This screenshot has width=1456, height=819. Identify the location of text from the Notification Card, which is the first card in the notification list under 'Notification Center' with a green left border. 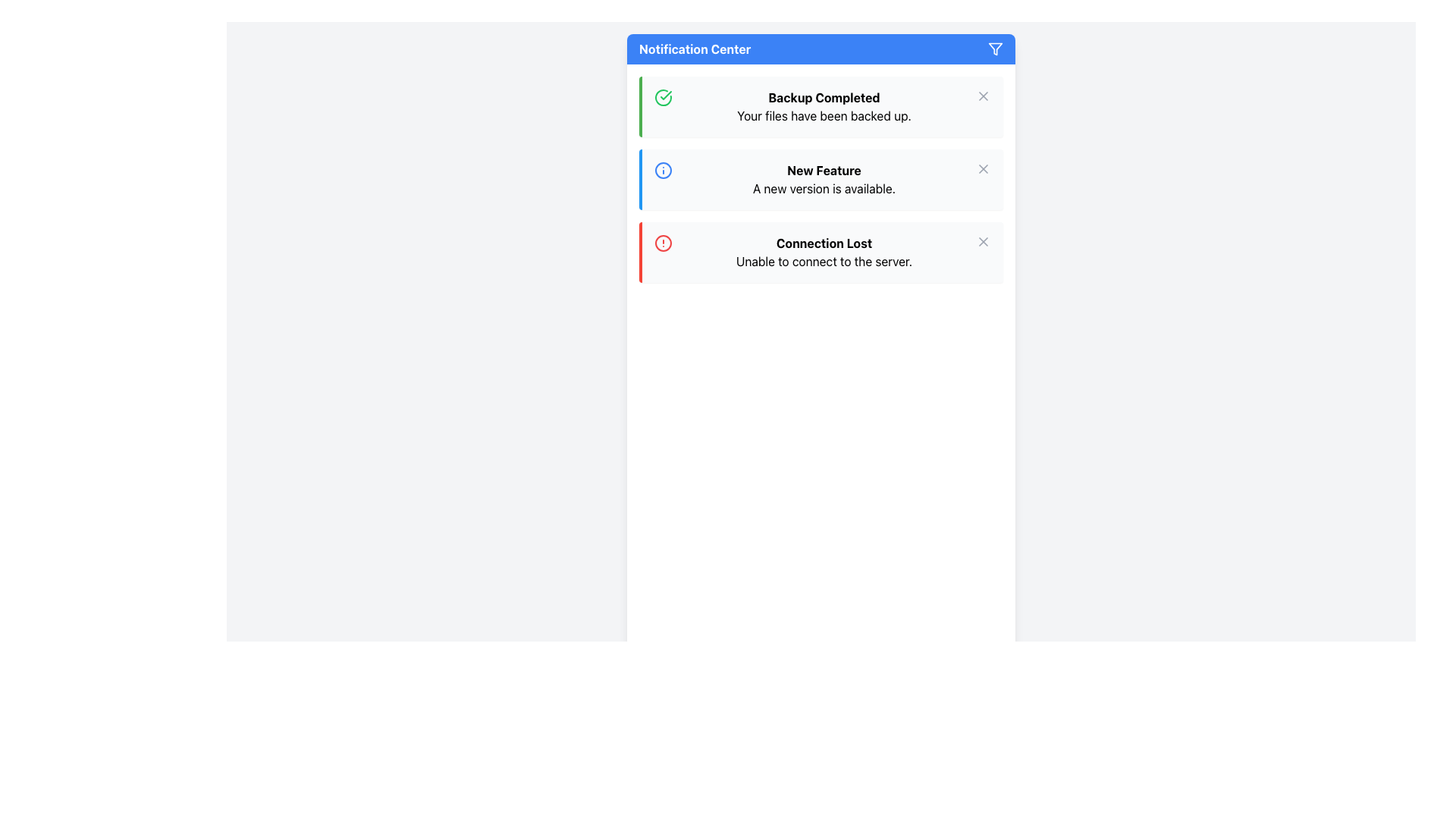
(823, 106).